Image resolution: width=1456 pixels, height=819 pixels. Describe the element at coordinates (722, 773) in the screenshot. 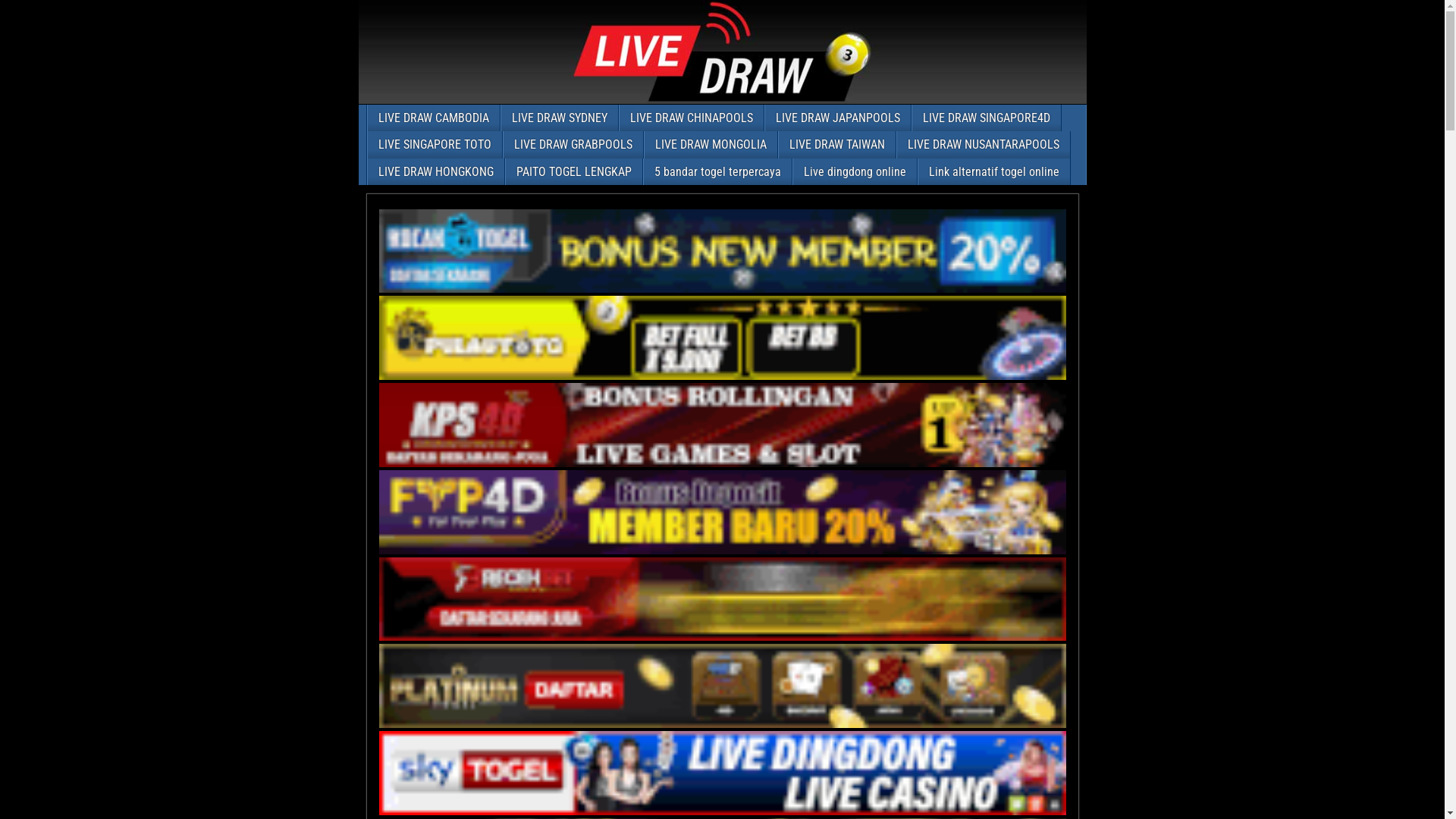

I see `'SKYTOGEL | BANDAR TOGEL TERLENGKAP'` at that location.